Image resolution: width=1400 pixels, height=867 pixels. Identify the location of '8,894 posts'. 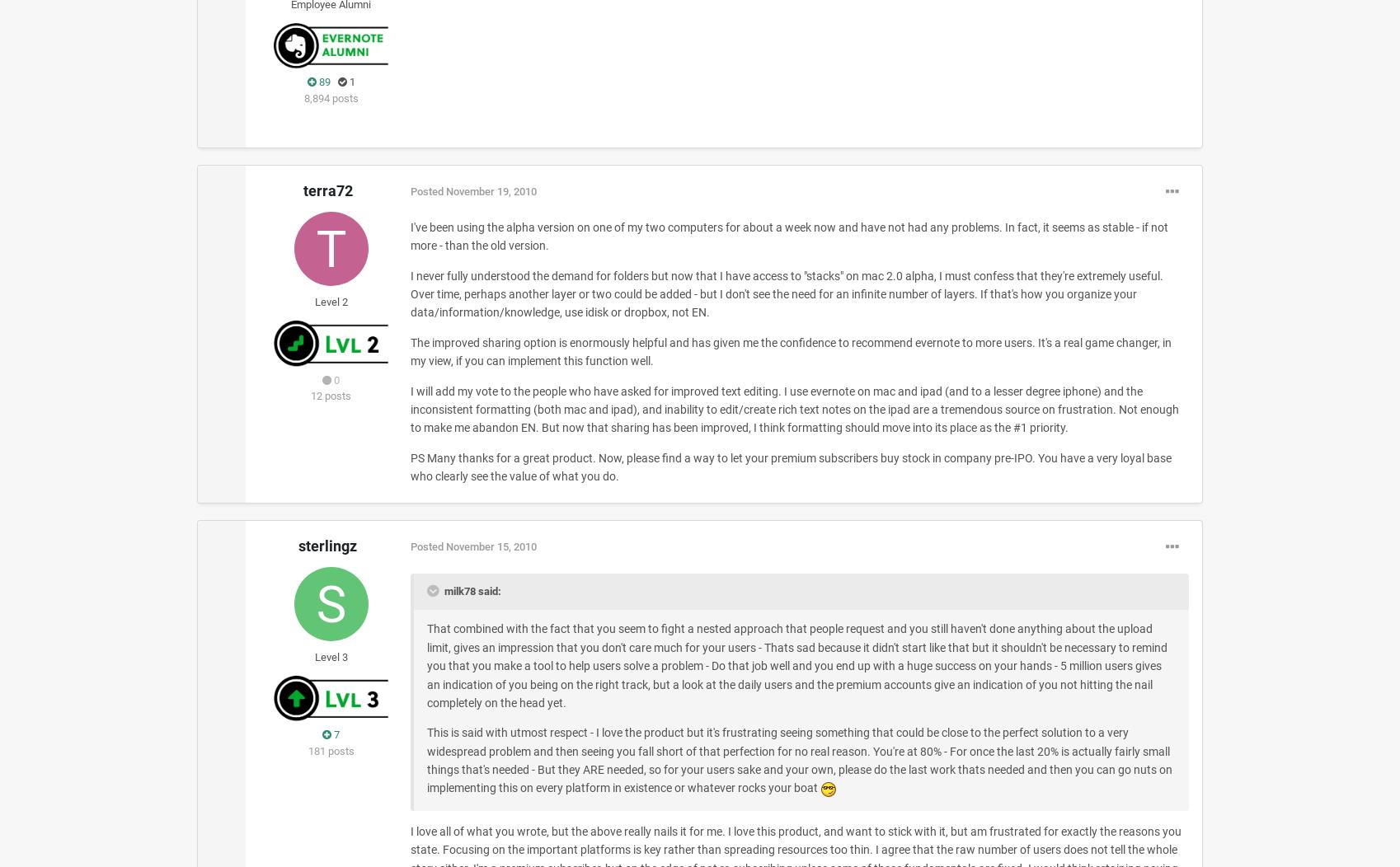
(331, 97).